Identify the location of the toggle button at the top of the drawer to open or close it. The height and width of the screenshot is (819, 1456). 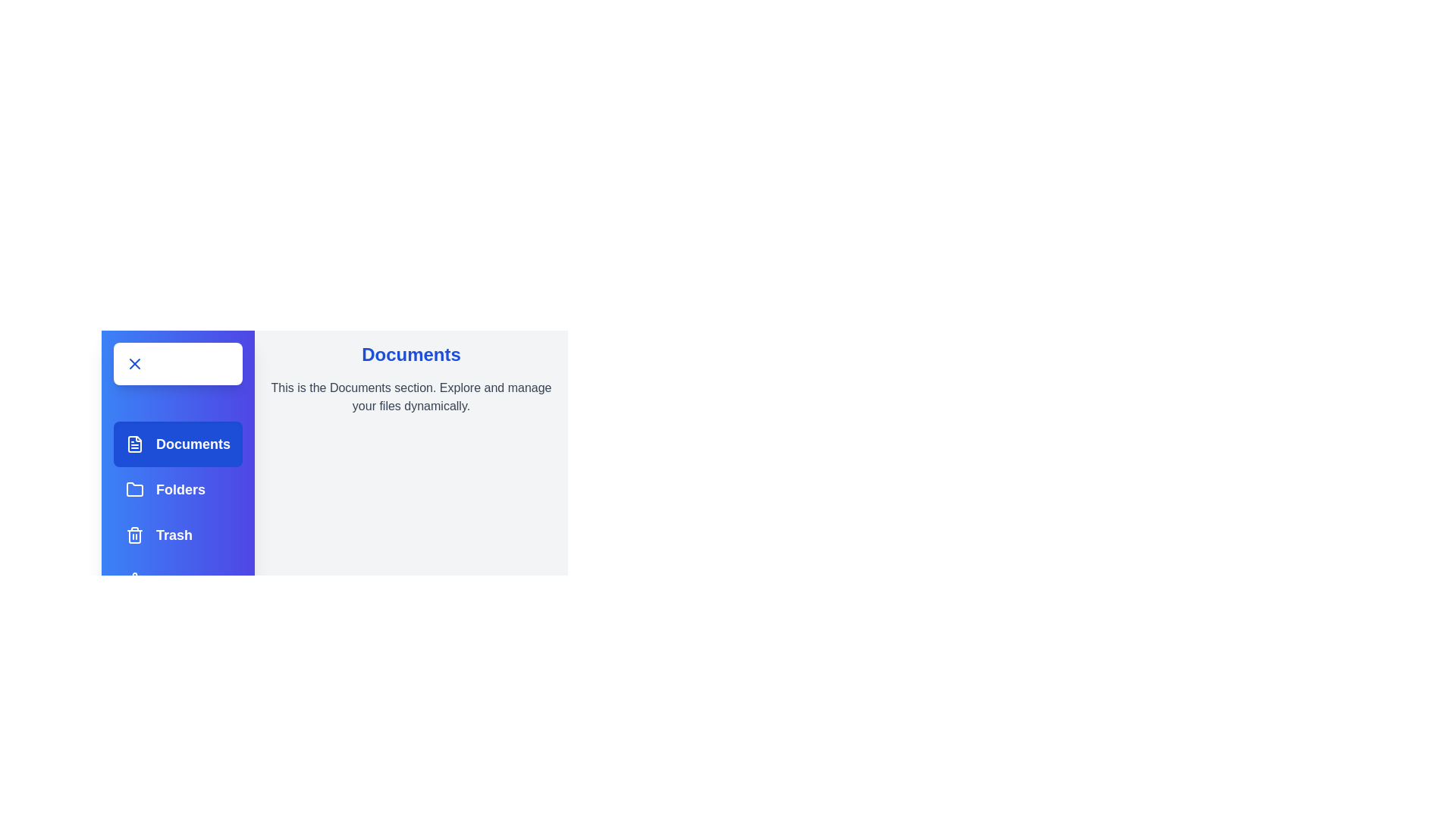
(178, 363).